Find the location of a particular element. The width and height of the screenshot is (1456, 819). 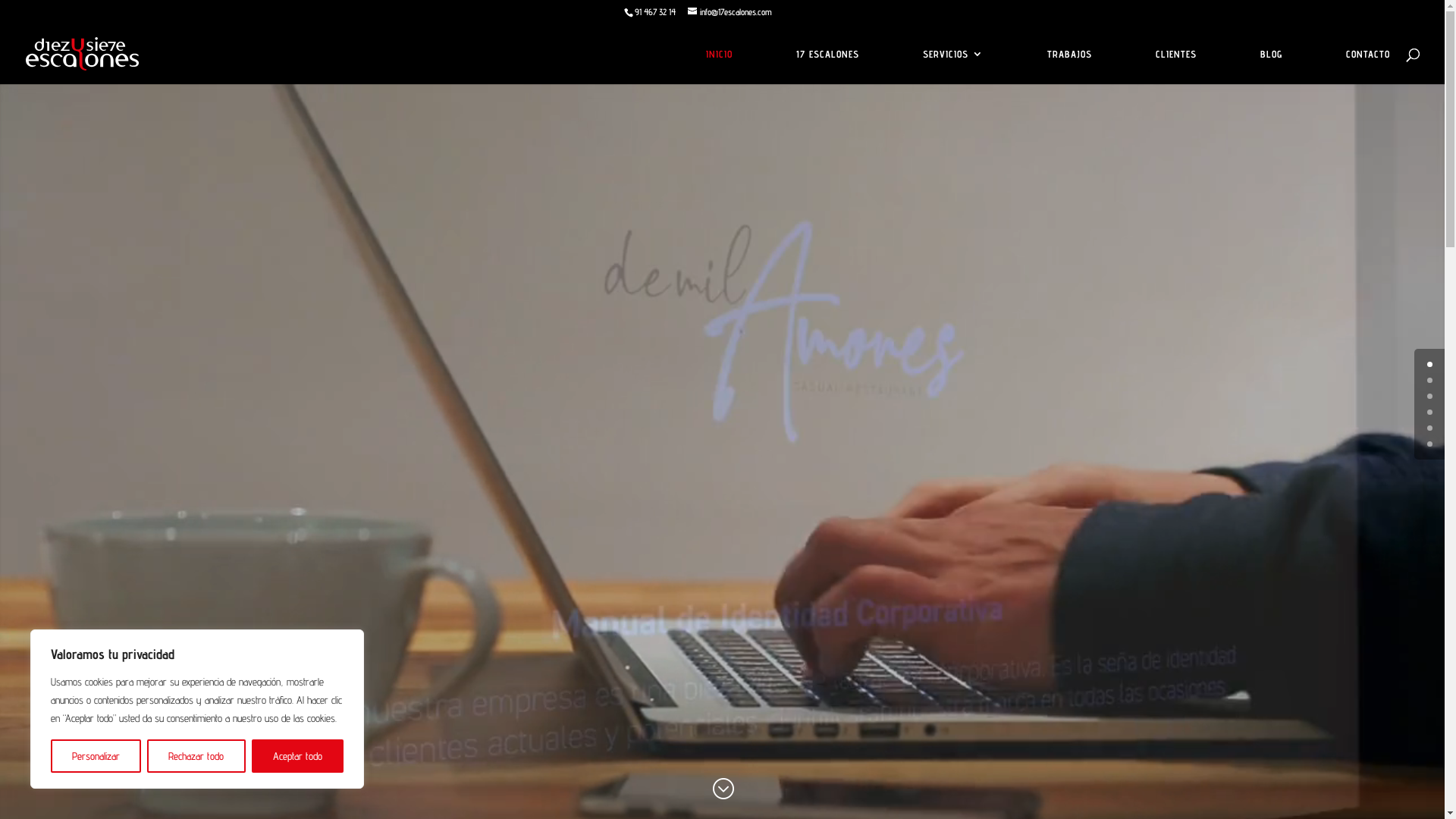

'2' is located at coordinates (1429, 395).